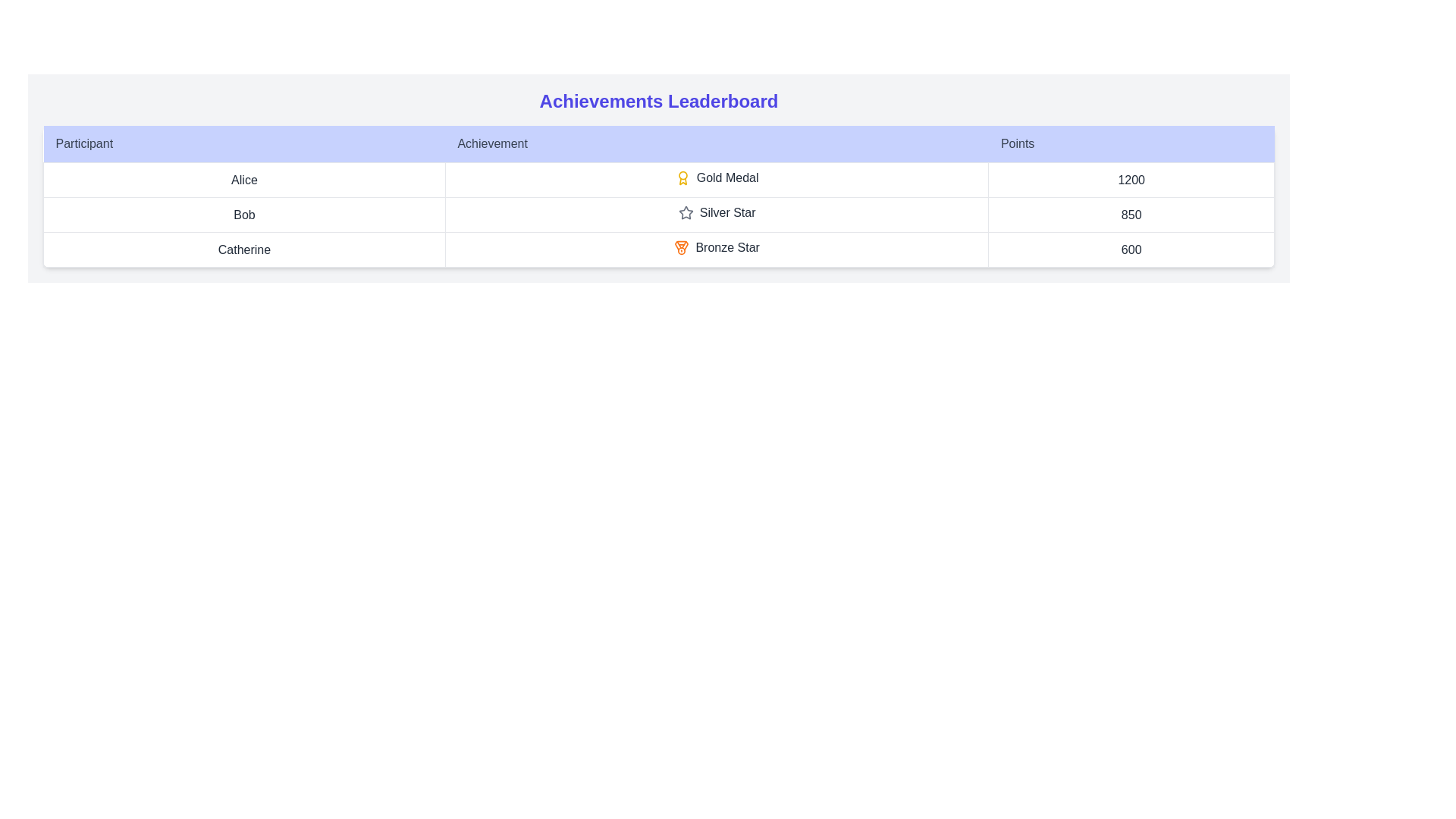  I want to click on the centered textual header element displaying 'Achievements Leaderboard' which is bold and purple in color, located above the table structure, so click(658, 102).